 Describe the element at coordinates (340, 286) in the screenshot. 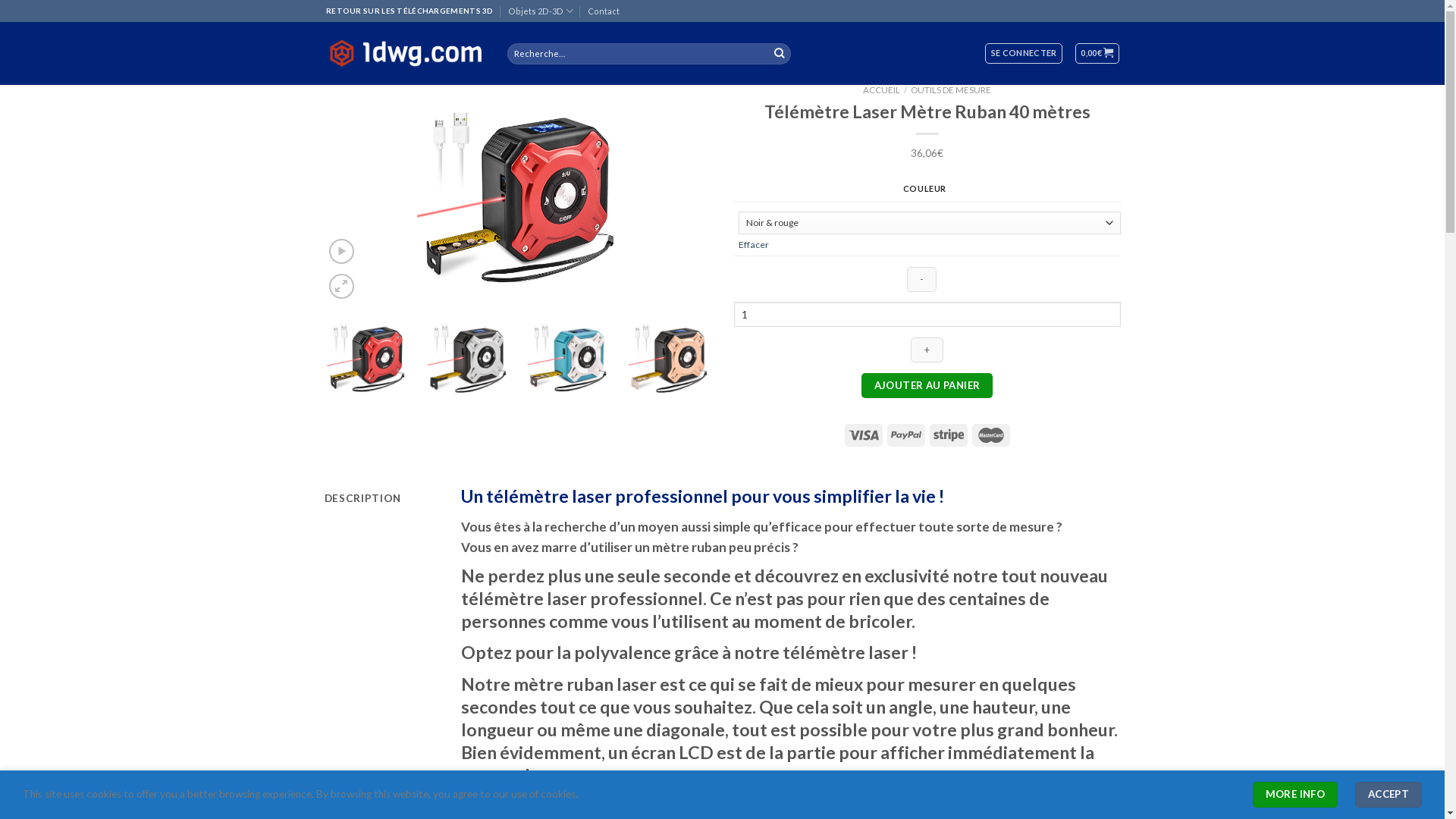

I see `'Zoom'` at that location.